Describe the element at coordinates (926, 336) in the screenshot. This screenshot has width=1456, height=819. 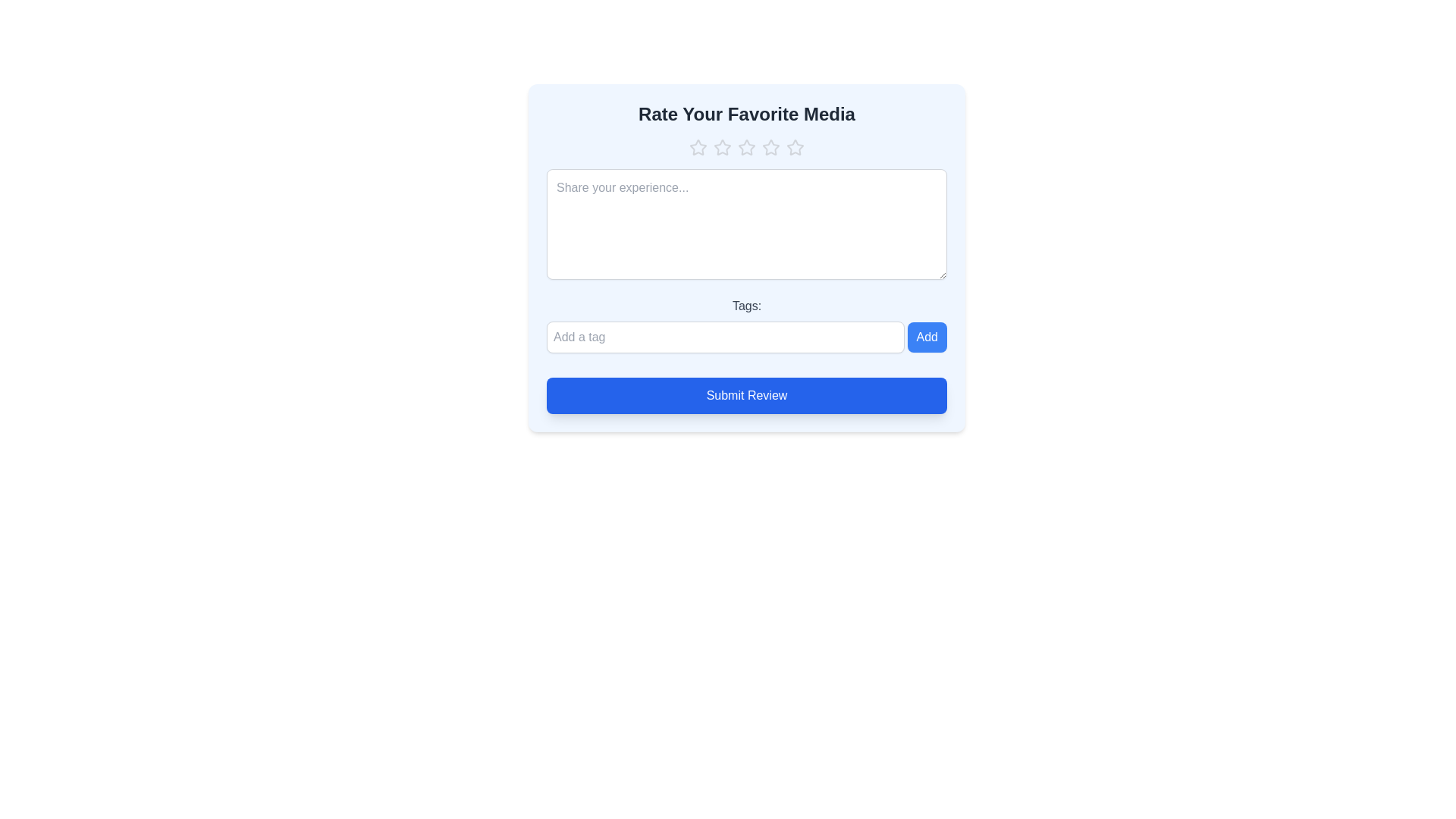
I see `the button located at the right end of the 'Tags' input area to activate hover effects` at that location.